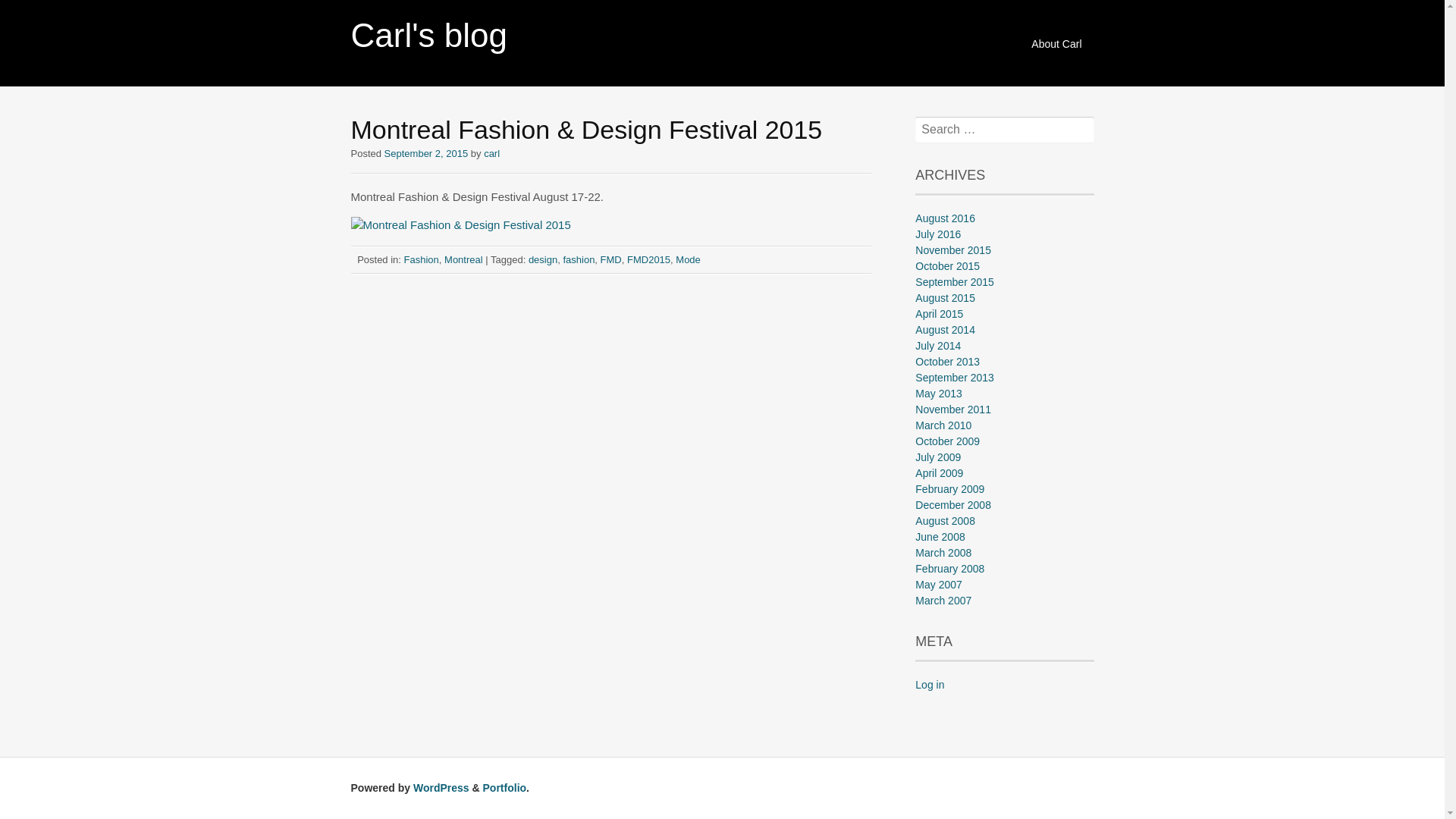  I want to click on 'August 2008', so click(914, 519).